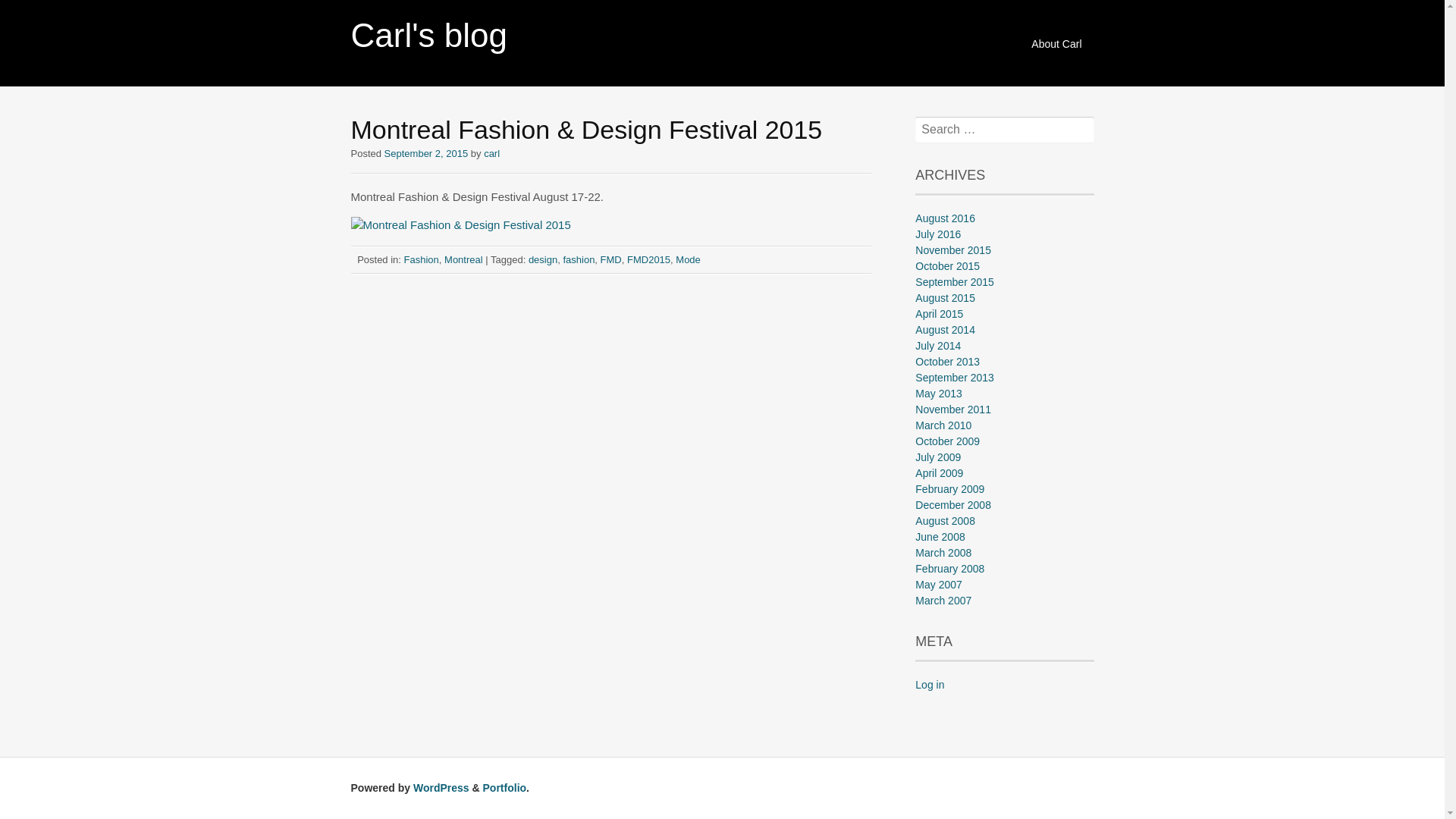  I want to click on 'August 2008', so click(914, 519).